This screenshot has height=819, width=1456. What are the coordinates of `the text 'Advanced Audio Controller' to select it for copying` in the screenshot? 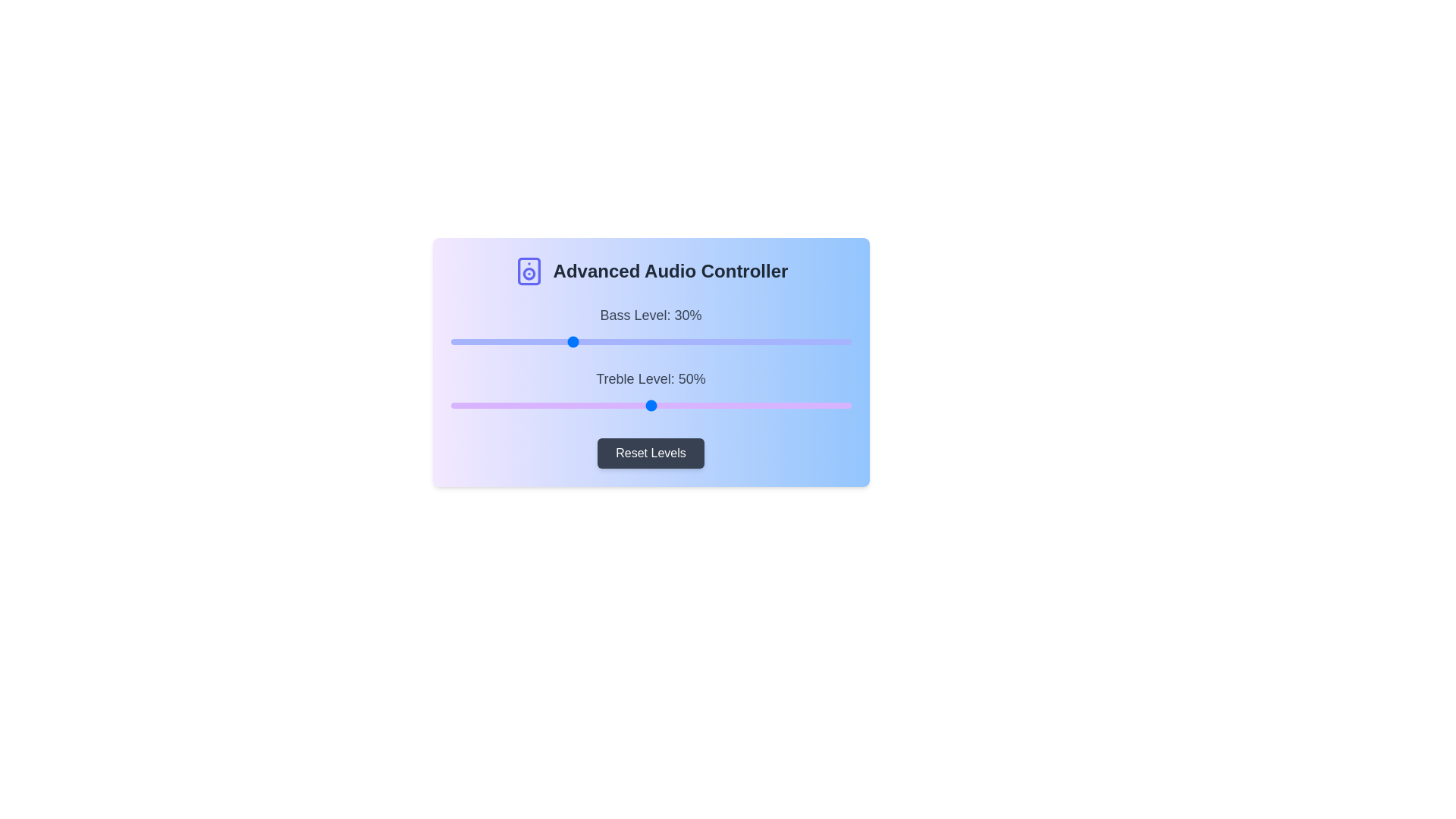 It's located at (651, 271).